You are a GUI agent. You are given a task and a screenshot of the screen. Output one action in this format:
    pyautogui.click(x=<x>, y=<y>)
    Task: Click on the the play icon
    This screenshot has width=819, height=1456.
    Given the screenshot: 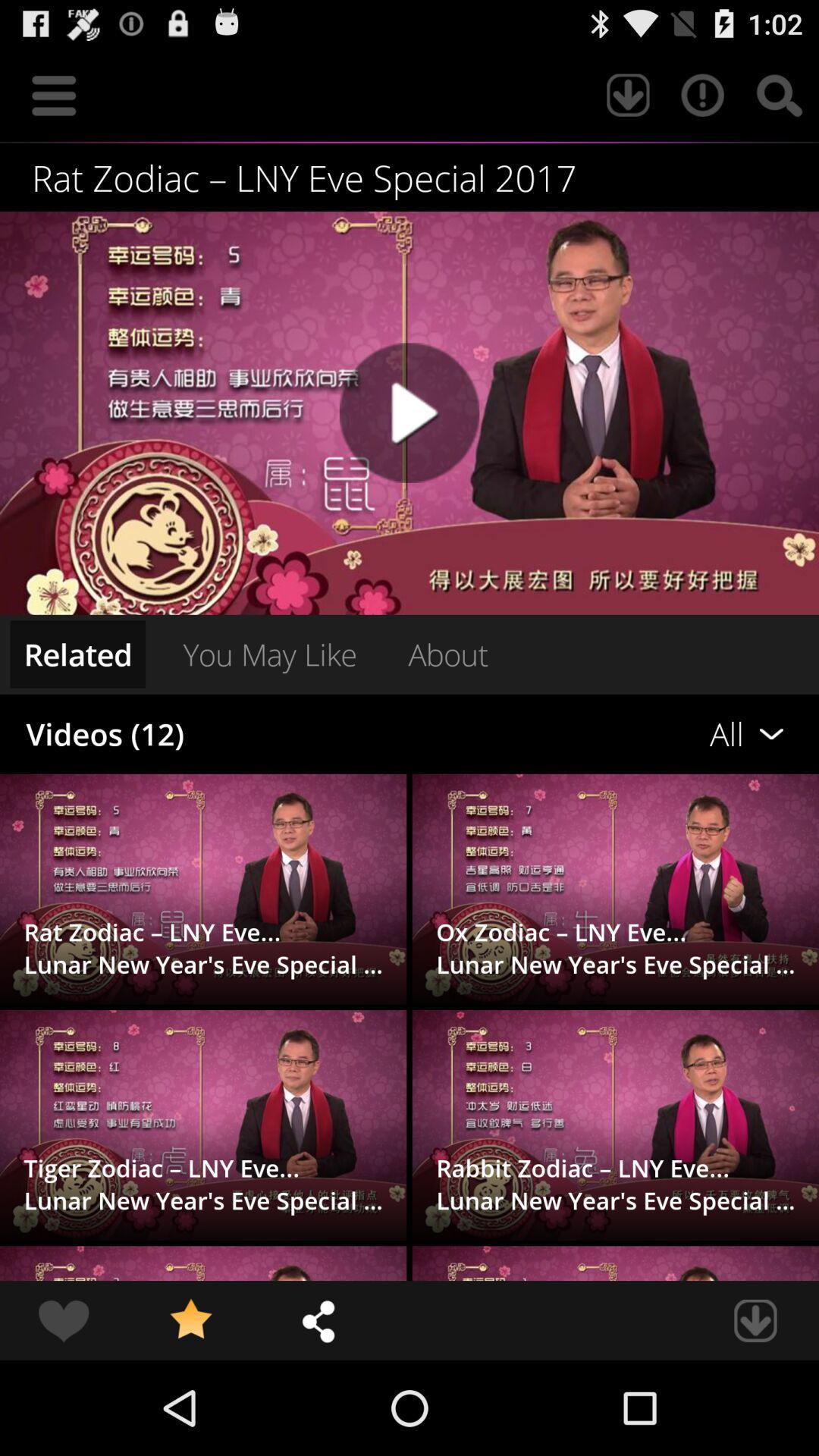 What is the action you would take?
    pyautogui.click(x=409, y=441)
    